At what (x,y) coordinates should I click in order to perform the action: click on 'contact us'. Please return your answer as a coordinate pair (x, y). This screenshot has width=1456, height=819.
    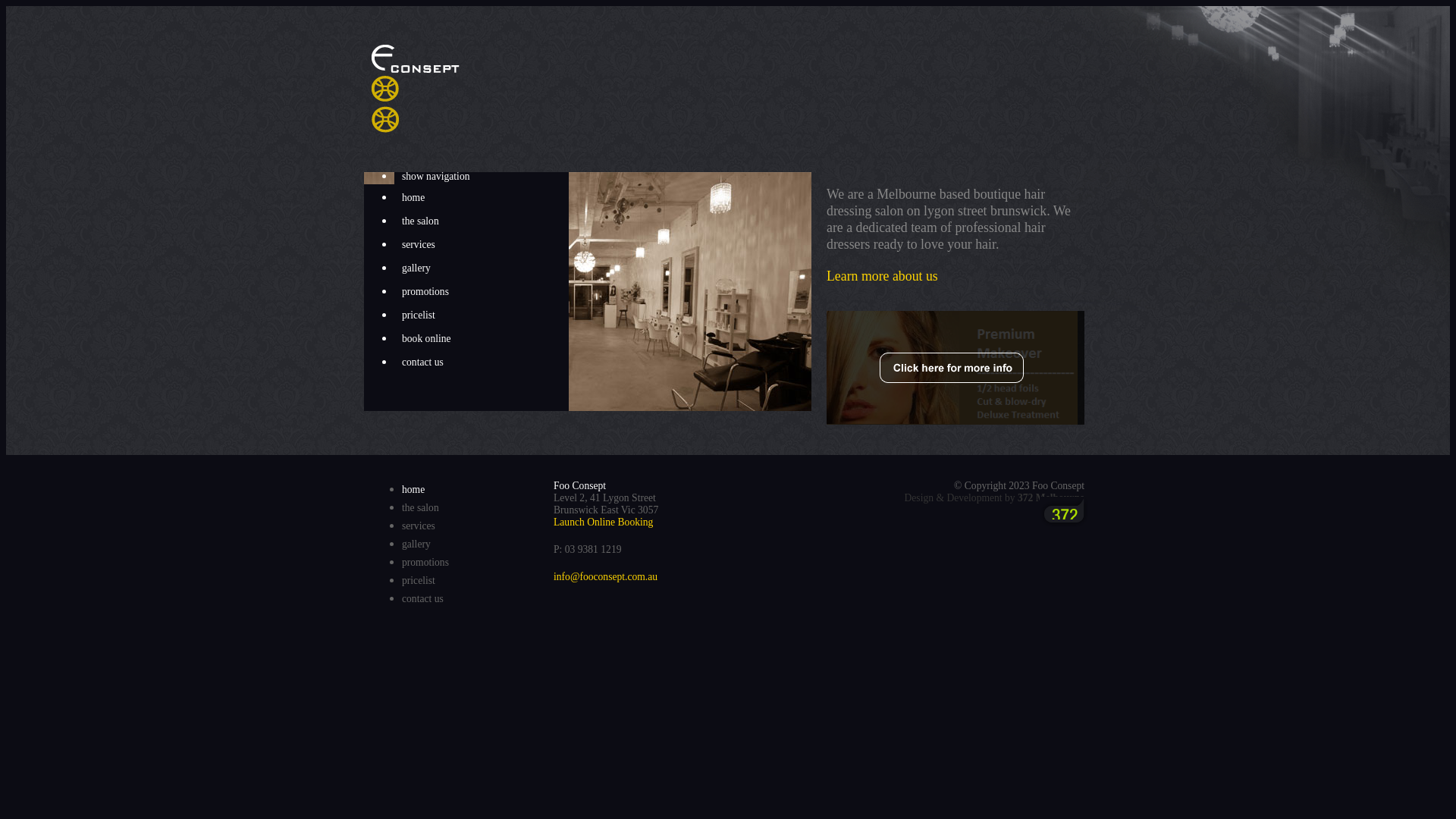
    Looking at the image, I should click on (394, 362).